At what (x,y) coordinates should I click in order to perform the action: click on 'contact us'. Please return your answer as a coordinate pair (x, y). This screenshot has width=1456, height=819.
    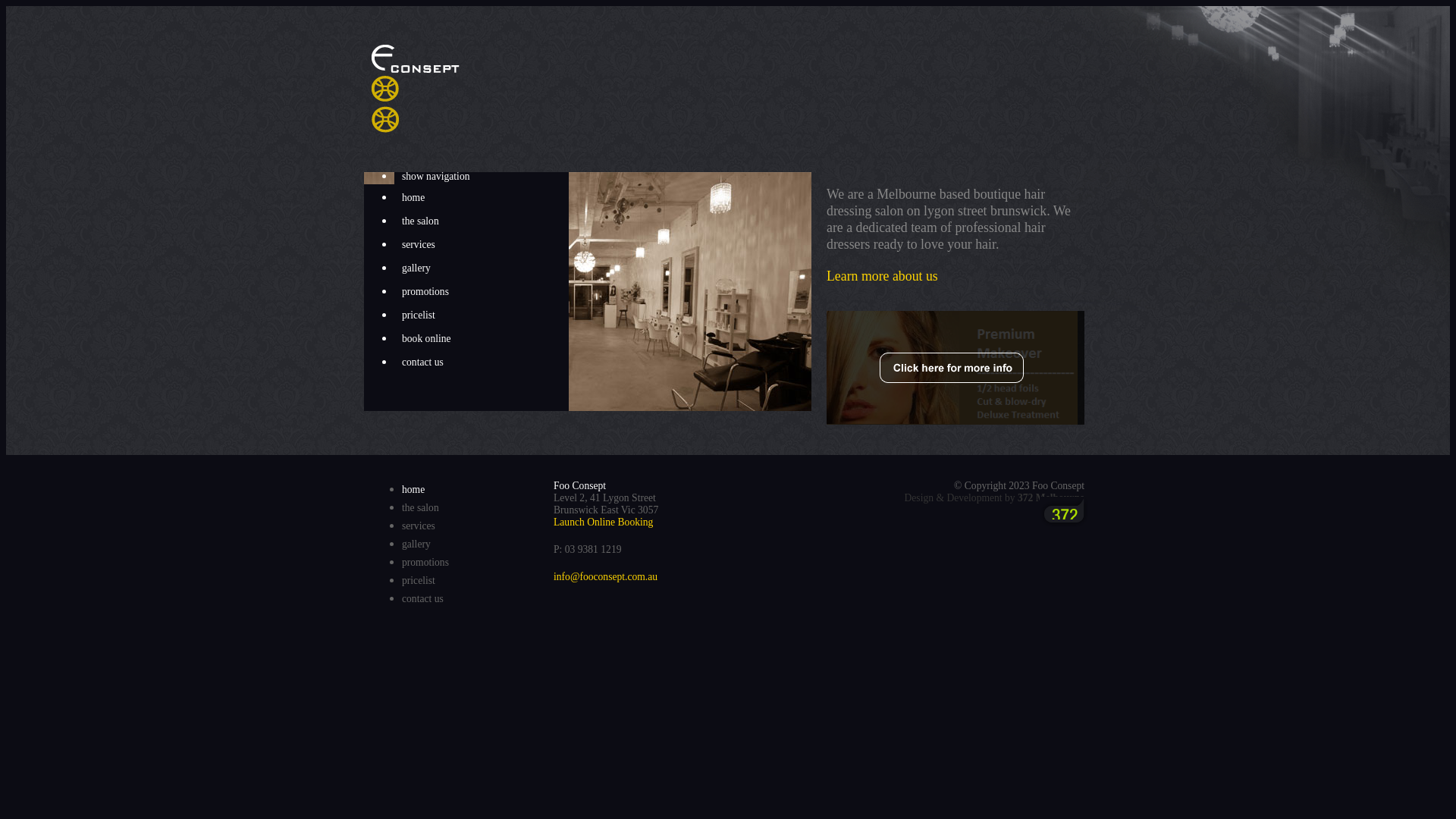
    Looking at the image, I should click on (394, 362).